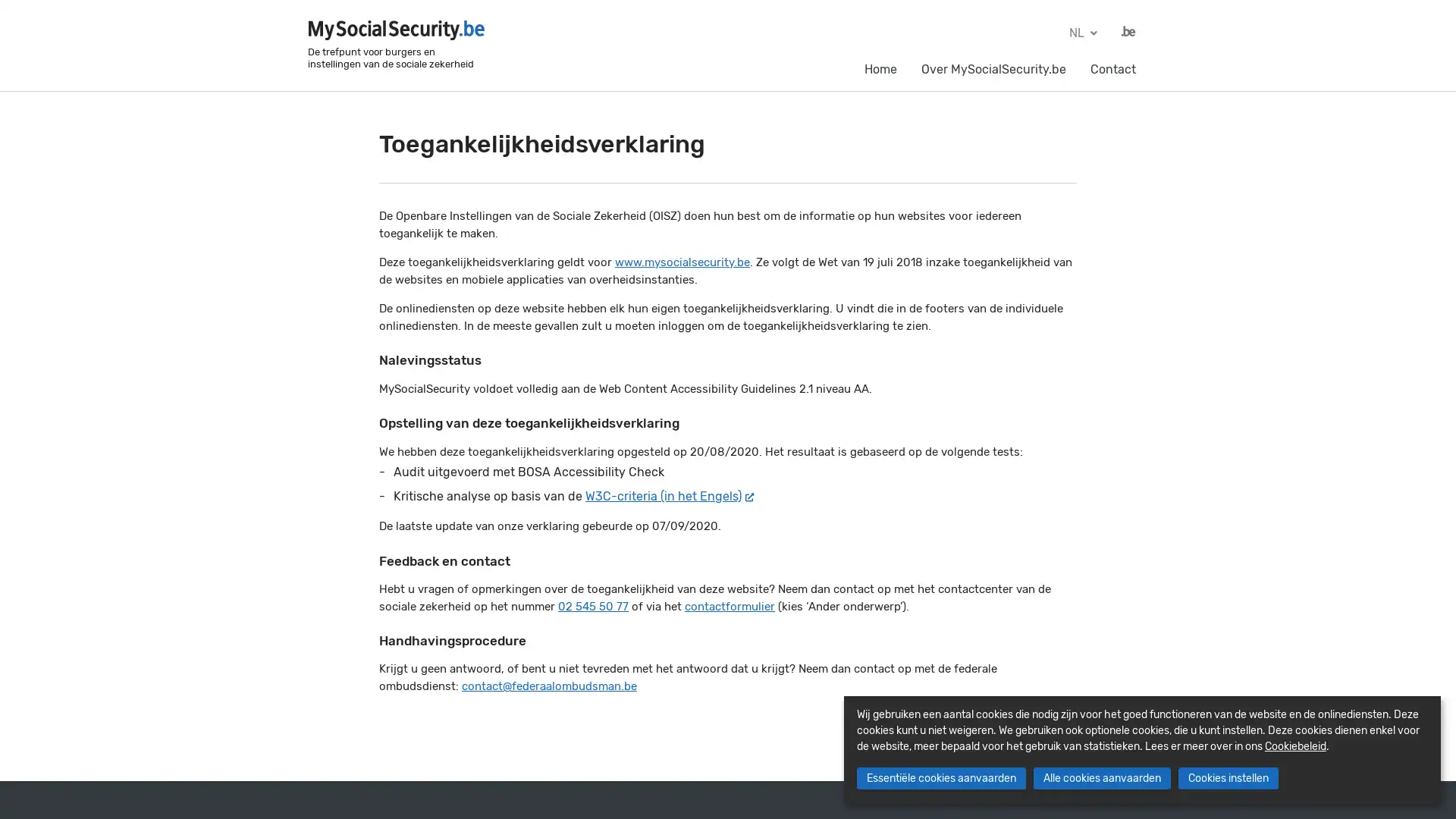 The width and height of the screenshot is (1456, 819). Describe the element at coordinates (1227, 778) in the screenshot. I see `Cookies instellen` at that location.